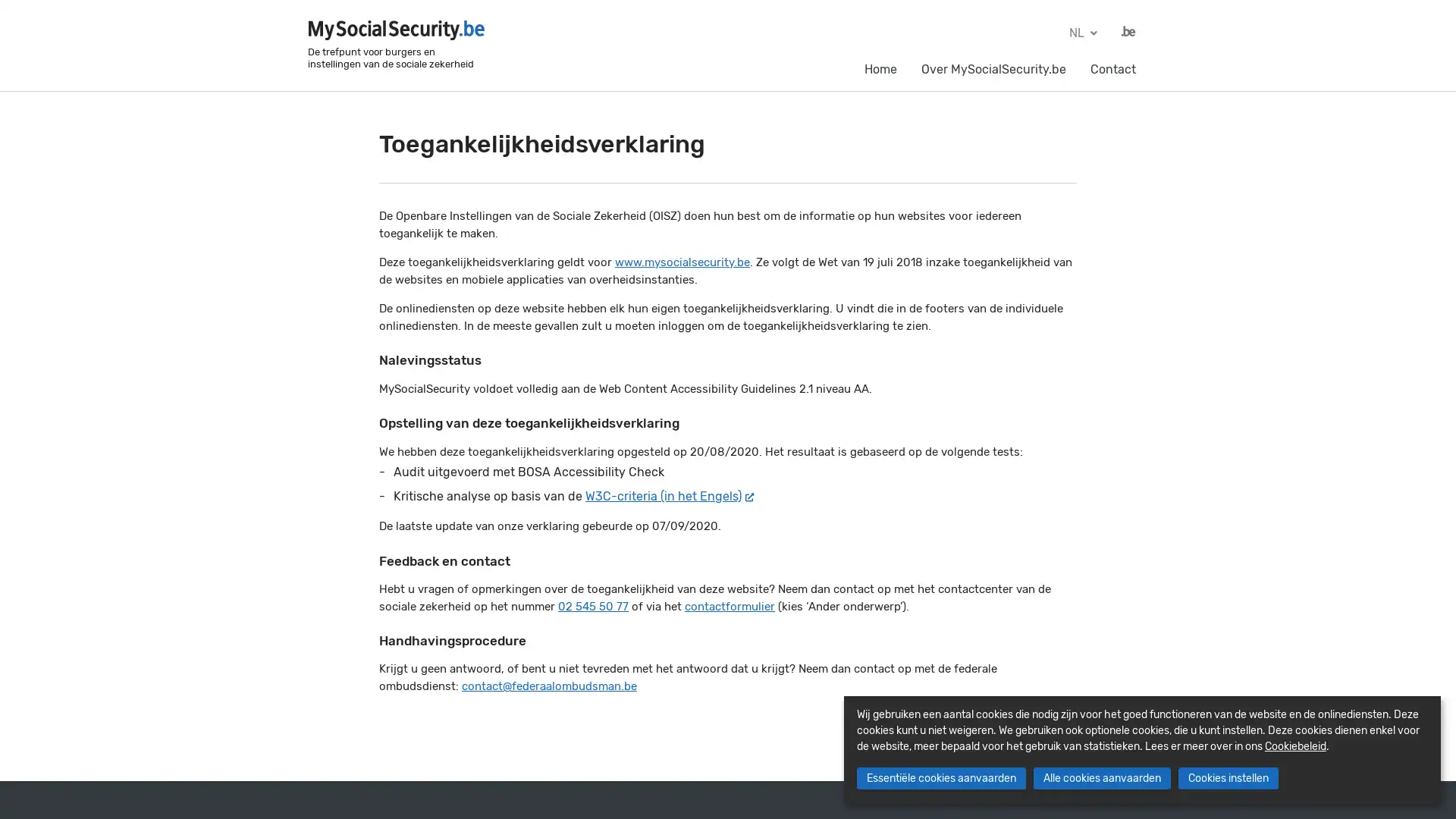 The width and height of the screenshot is (1456, 819). Describe the element at coordinates (1227, 778) in the screenshot. I see `Cookies instellen` at that location.